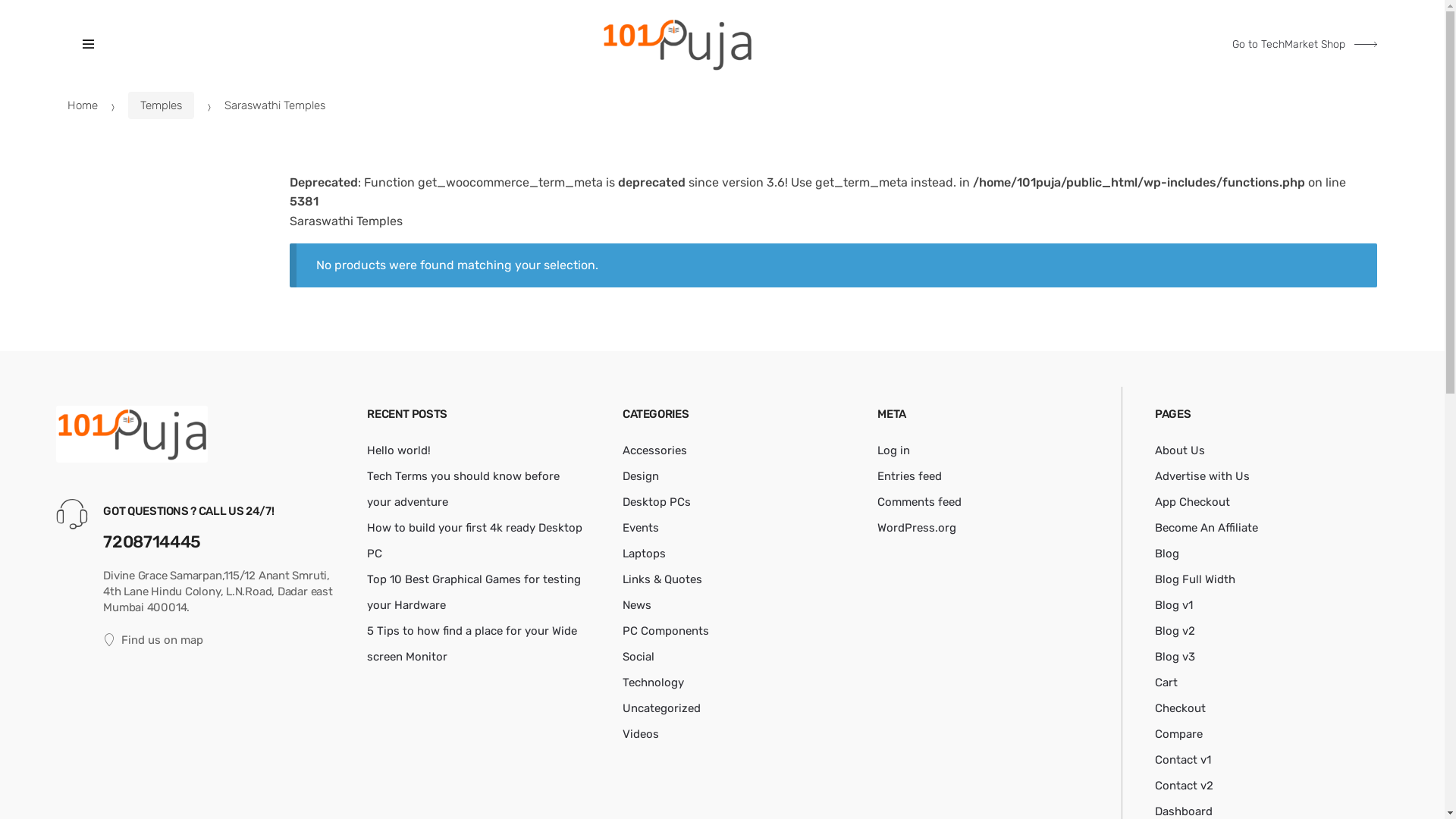 The image size is (1456, 819). Describe the element at coordinates (653, 681) in the screenshot. I see `'Technology'` at that location.